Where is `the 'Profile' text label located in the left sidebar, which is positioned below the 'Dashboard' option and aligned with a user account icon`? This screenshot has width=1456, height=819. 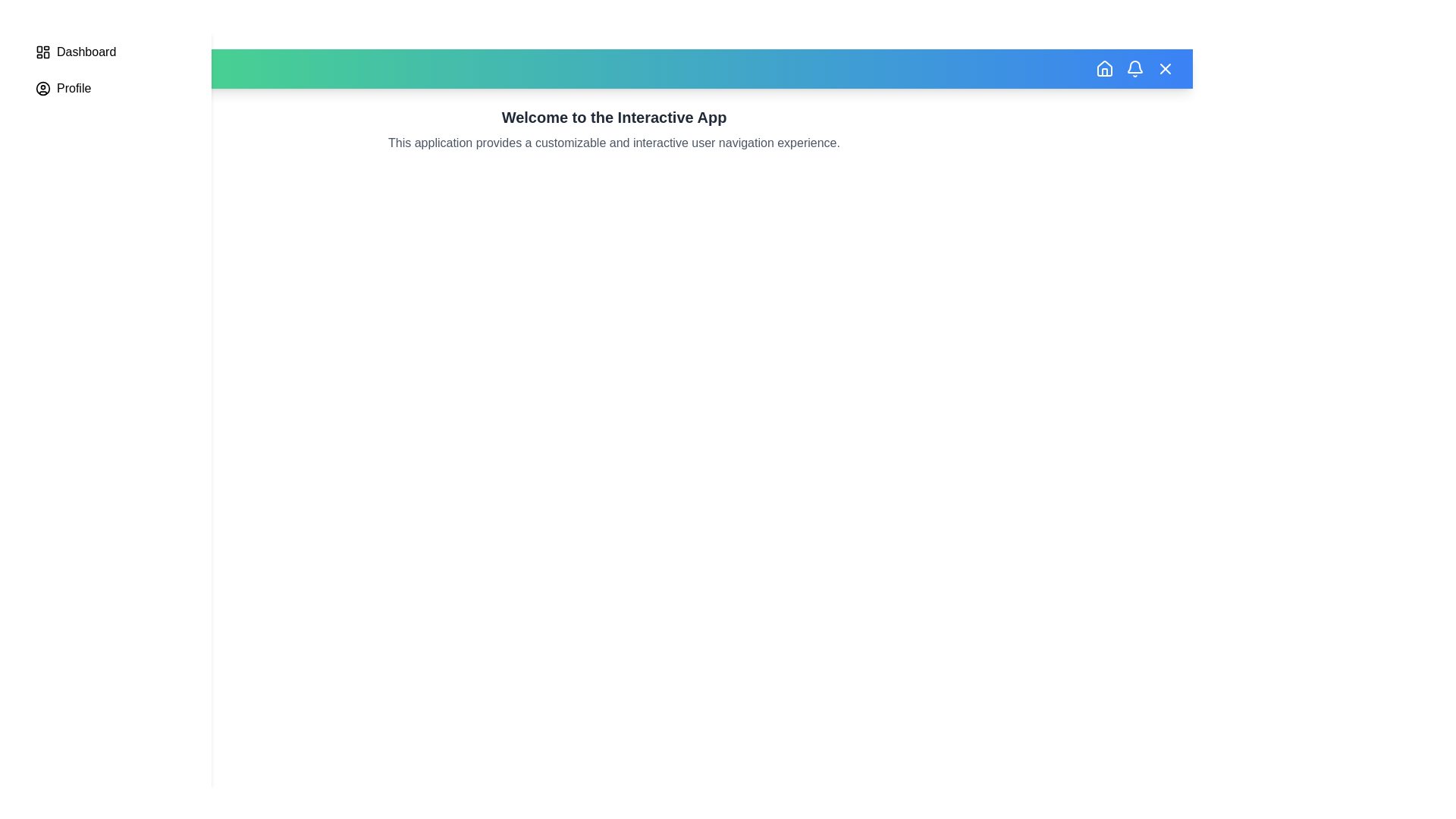
the 'Profile' text label located in the left sidebar, which is positioned below the 'Dashboard' option and aligned with a user account icon is located at coordinates (73, 88).